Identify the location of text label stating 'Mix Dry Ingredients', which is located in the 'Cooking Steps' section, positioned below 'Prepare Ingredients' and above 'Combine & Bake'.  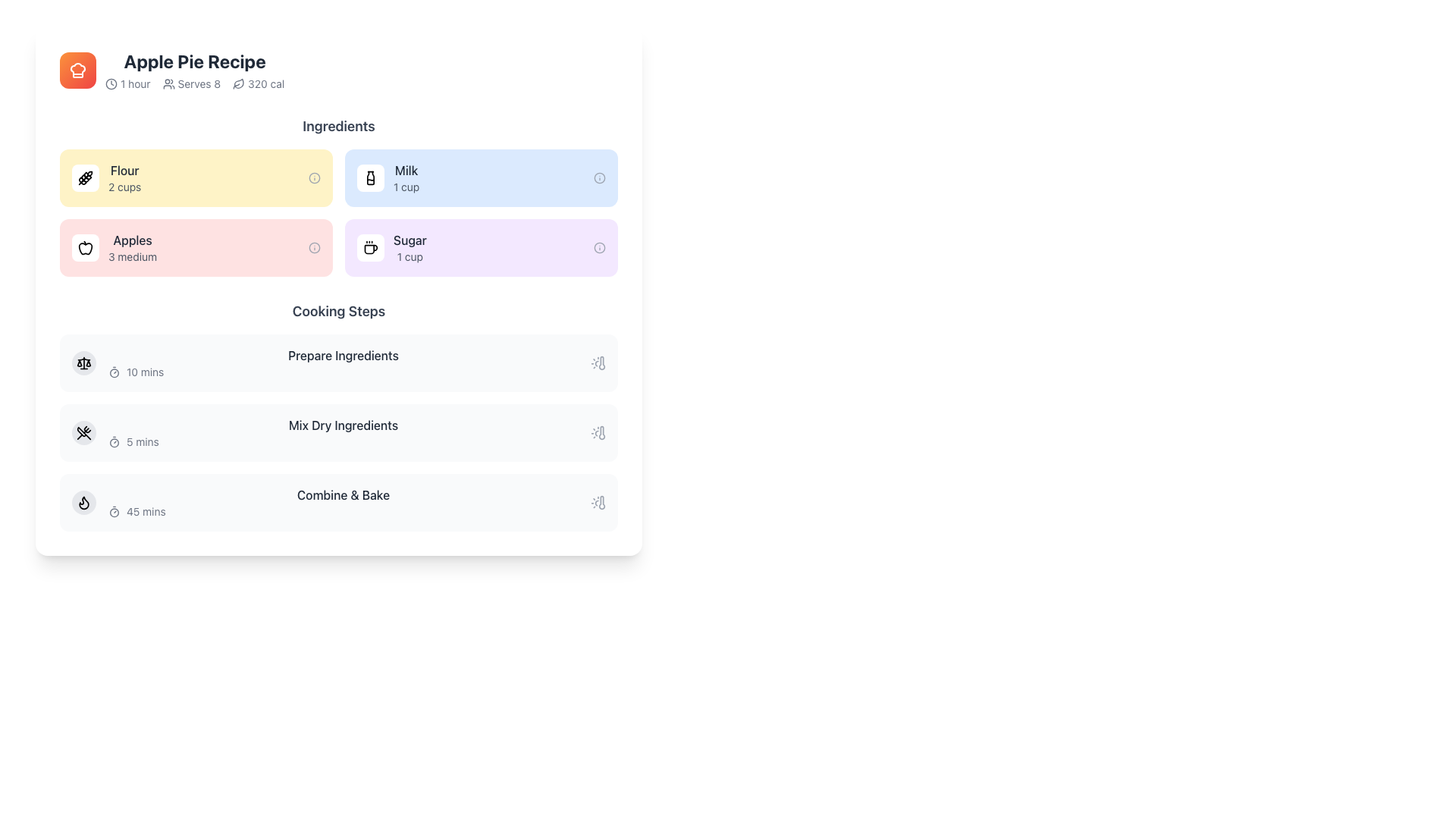
(342, 425).